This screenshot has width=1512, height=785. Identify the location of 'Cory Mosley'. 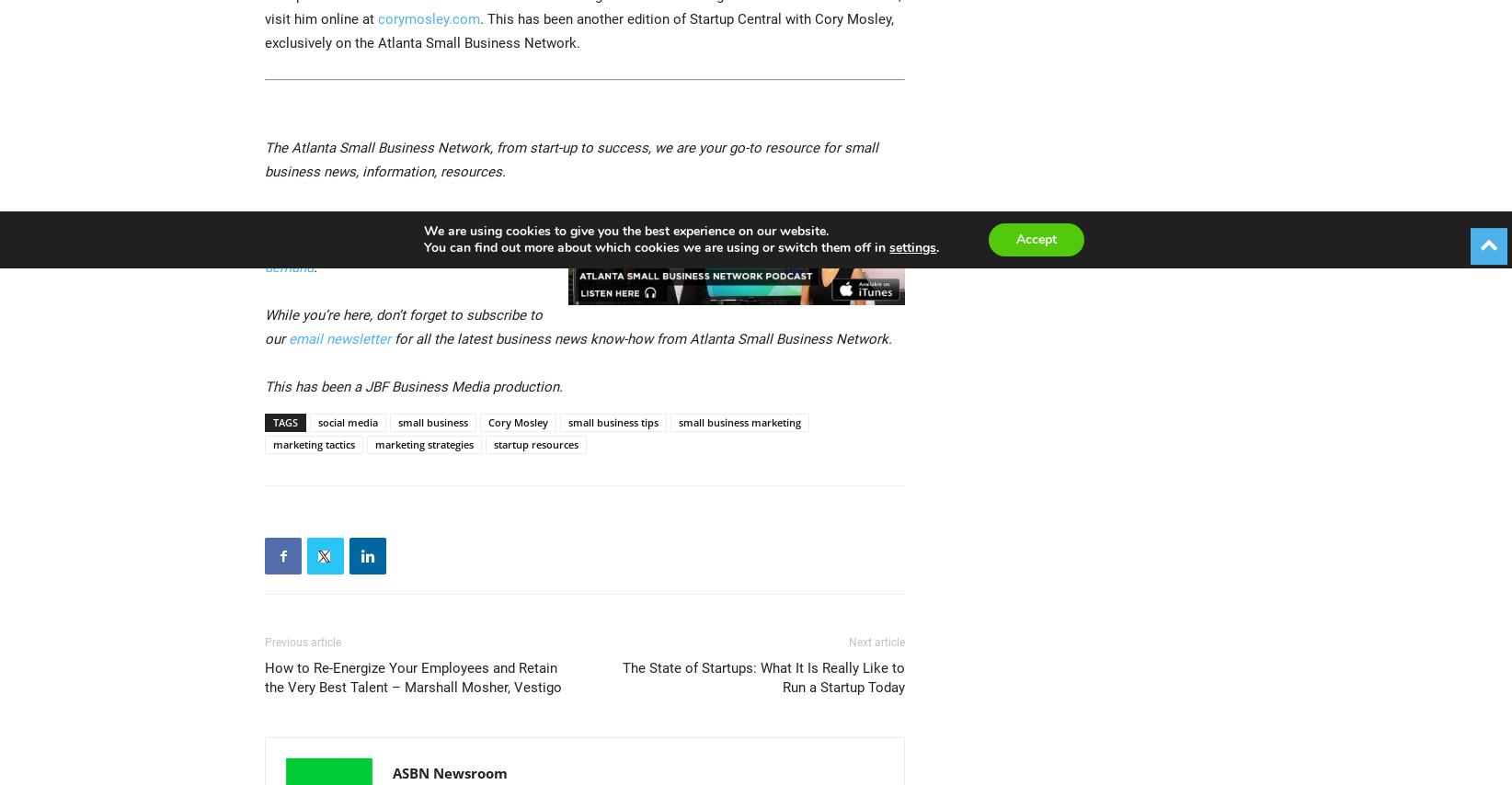
(517, 422).